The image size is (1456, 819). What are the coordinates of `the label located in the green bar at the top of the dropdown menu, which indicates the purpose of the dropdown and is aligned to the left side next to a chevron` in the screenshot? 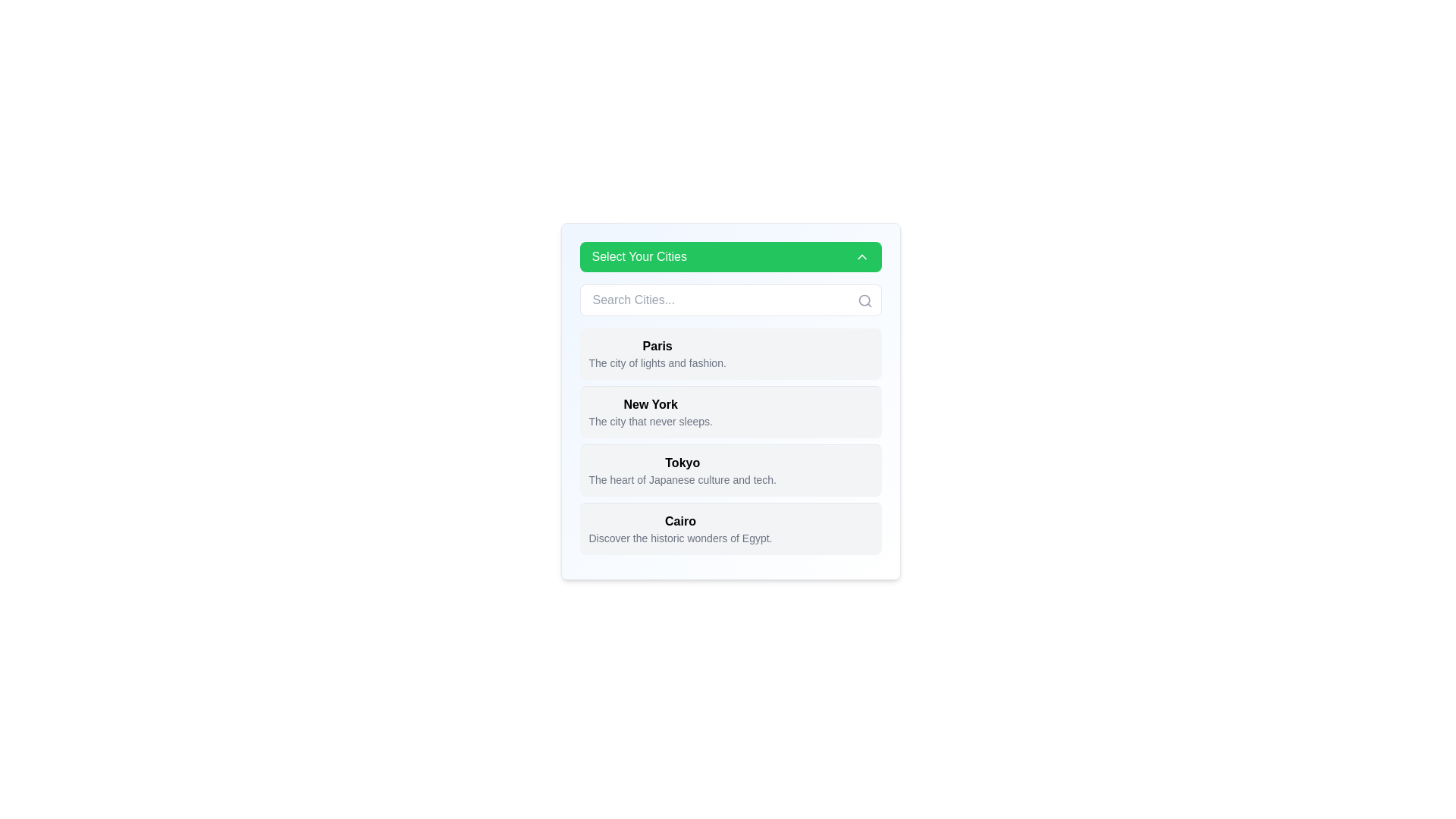 It's located at (639, 256).